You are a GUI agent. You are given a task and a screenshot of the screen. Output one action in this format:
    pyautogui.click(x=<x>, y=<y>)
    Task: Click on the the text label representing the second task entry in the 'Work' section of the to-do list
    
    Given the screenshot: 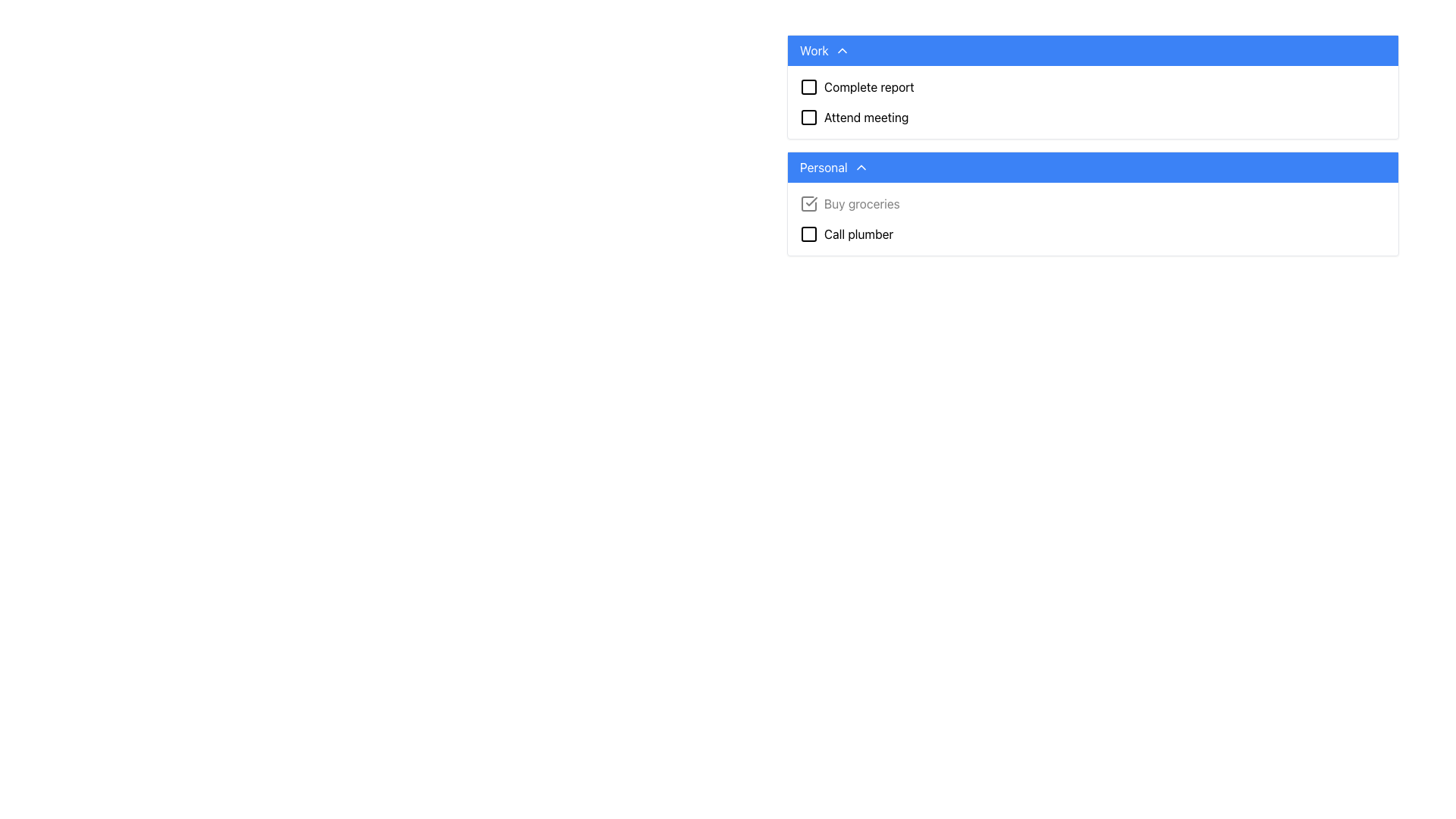 What is the action you would take?
    pyautogui.click(x=866, y=116)
    